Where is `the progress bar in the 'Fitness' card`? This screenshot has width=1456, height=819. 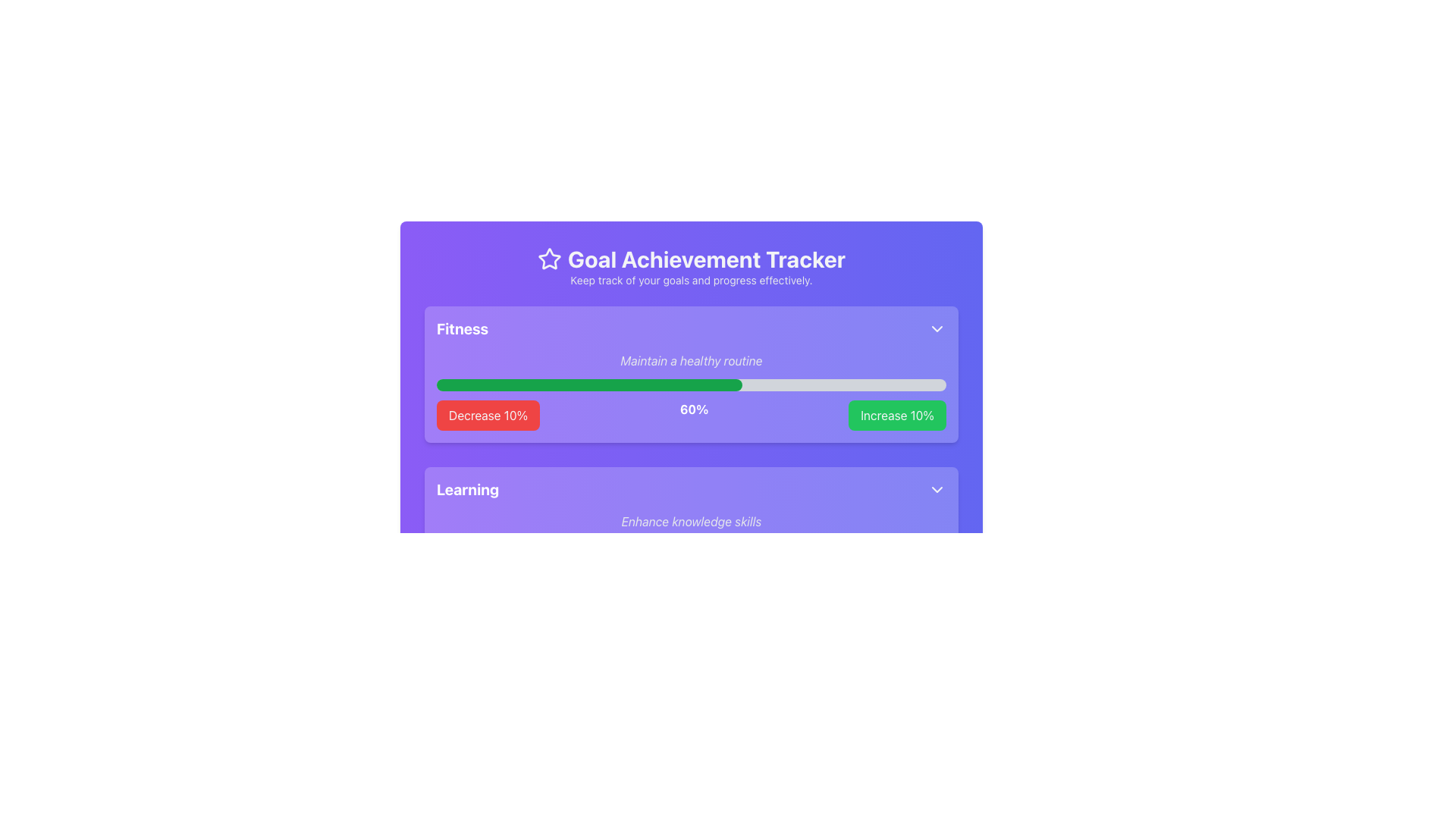
the progress bar in the 'Fitness' card is located at coordinates (691, 454).